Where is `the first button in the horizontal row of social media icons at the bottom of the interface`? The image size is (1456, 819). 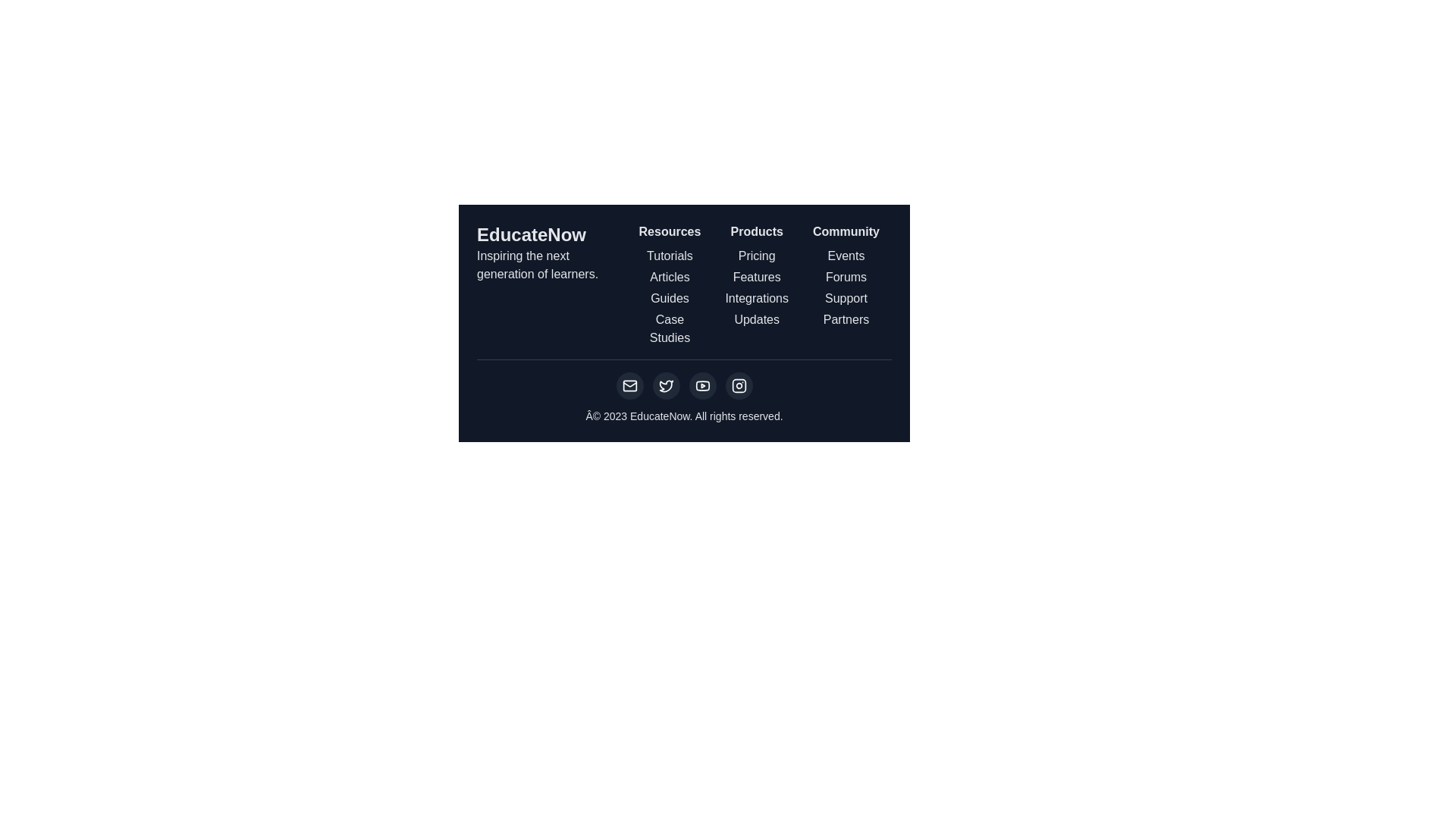
the first button in the horizontal row of social media icons at the bottom of the interface is located at coordinates (629, 385).